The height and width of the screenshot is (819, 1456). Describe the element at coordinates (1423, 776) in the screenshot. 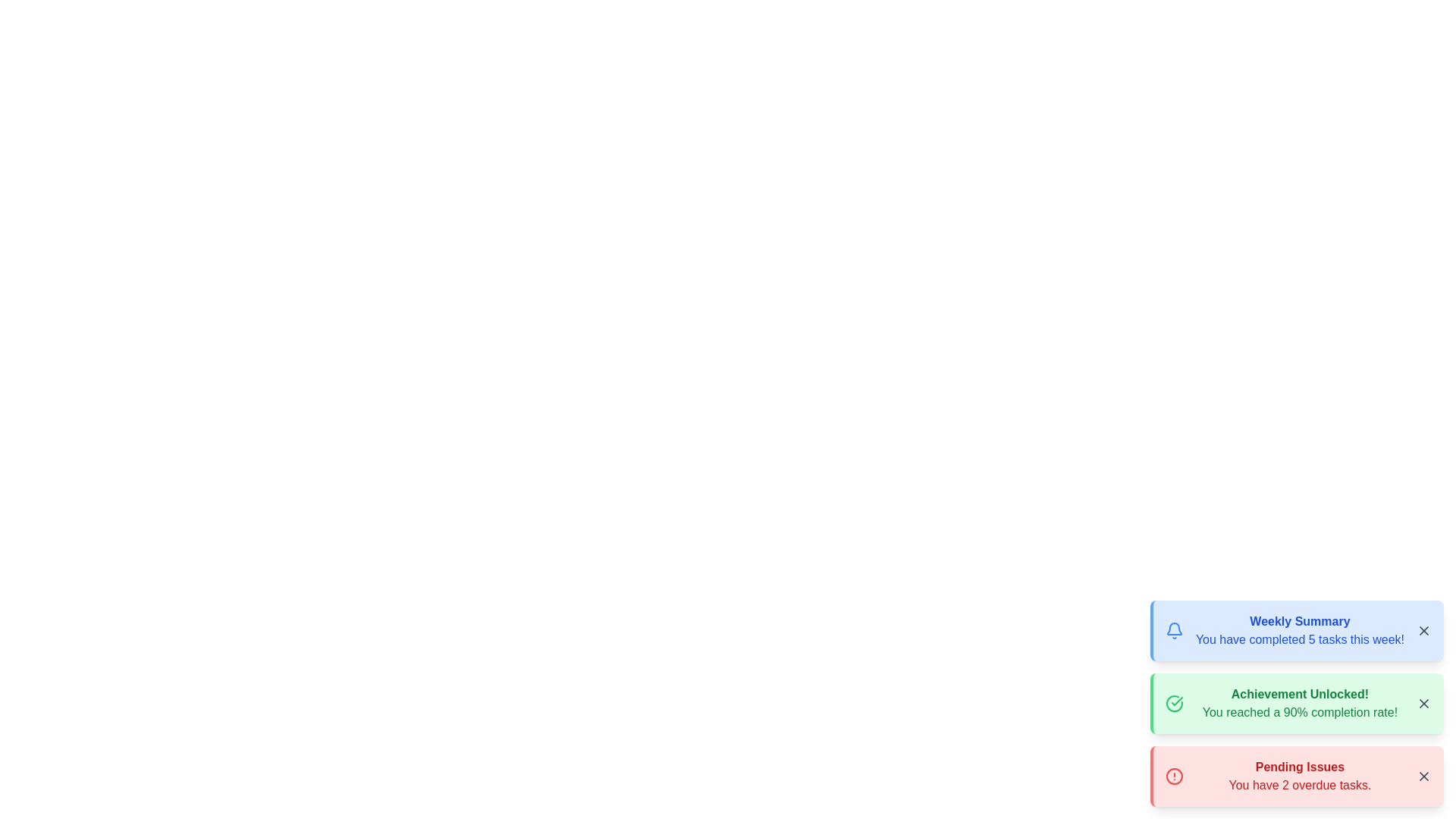

I see `dismiss button of the notification with the title Pending Issues` at that location.